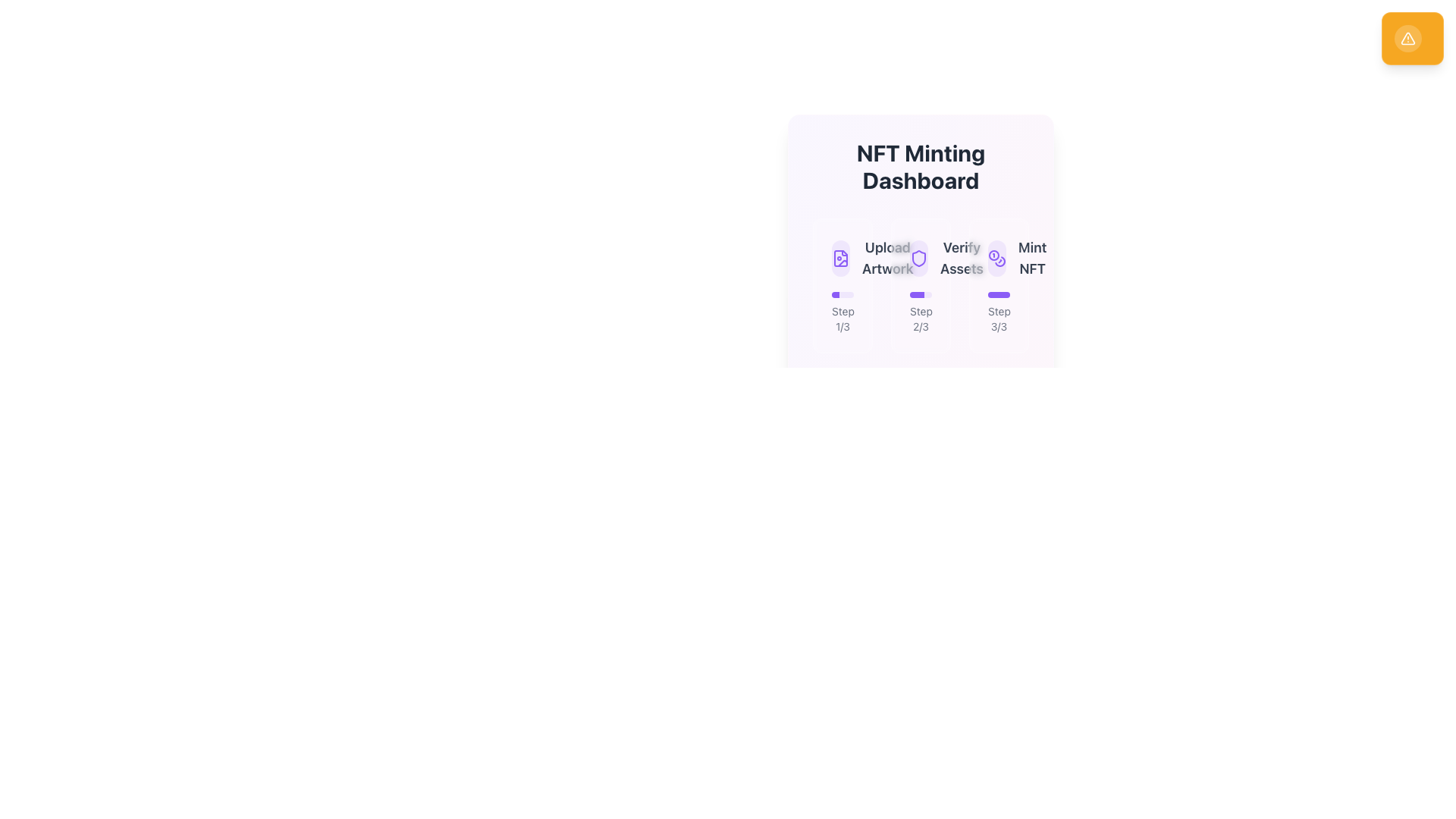 This screenshot has height=819, width=1456. What do you see at coordinates (842, 312) in the screenshot?
I see `the static text label displaying 'Step 1/3' located below the violet progress bar in the 'Upload Artwork' card structure` at bounding box center [842, 312].